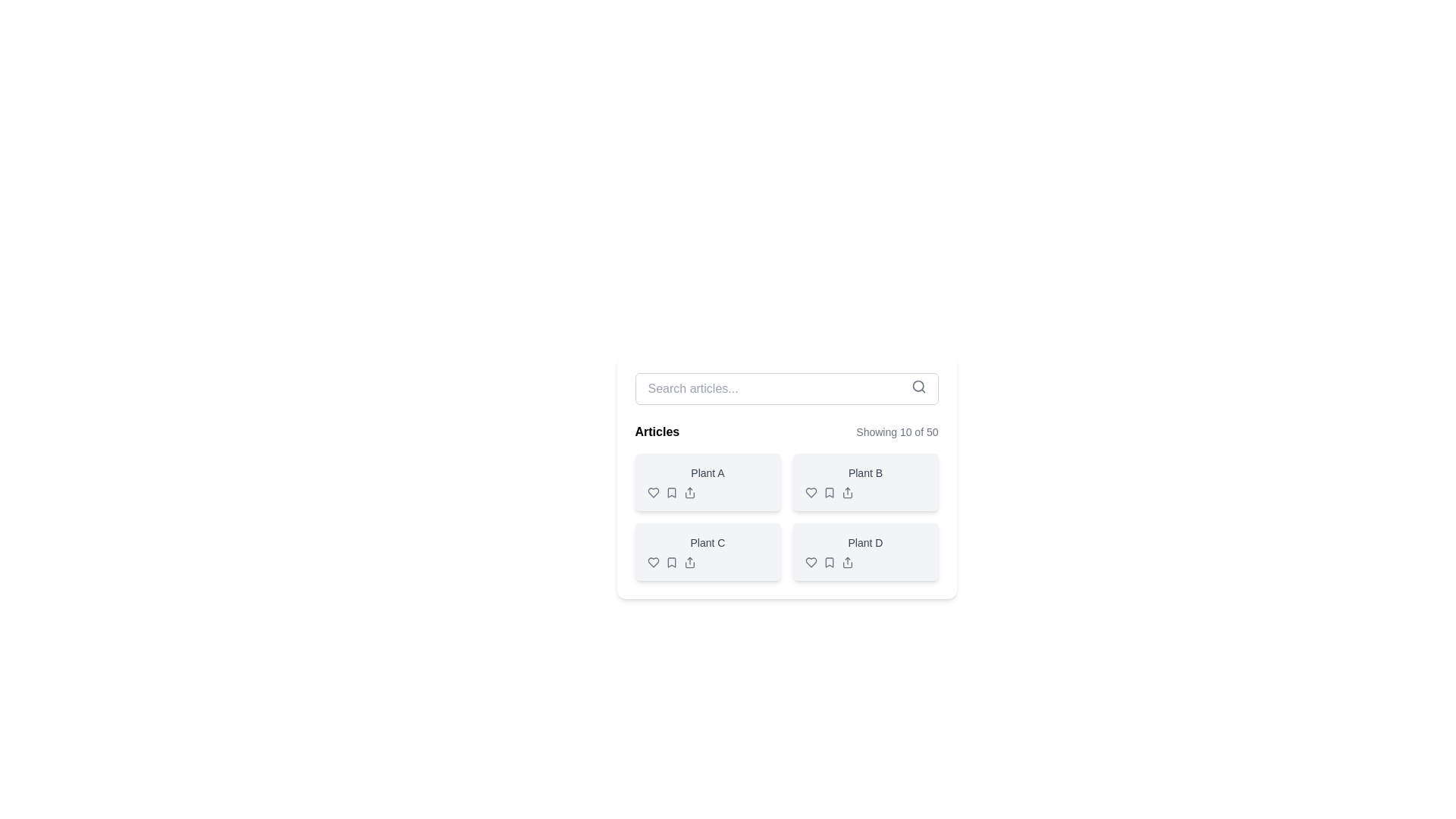  What do you see at coordinates (828, 562) in the screenshot?
I see `the bookmark icon located within the 'Plant D' card, positioned between the heart icon and the share icon` at bounding box center [828, 562].